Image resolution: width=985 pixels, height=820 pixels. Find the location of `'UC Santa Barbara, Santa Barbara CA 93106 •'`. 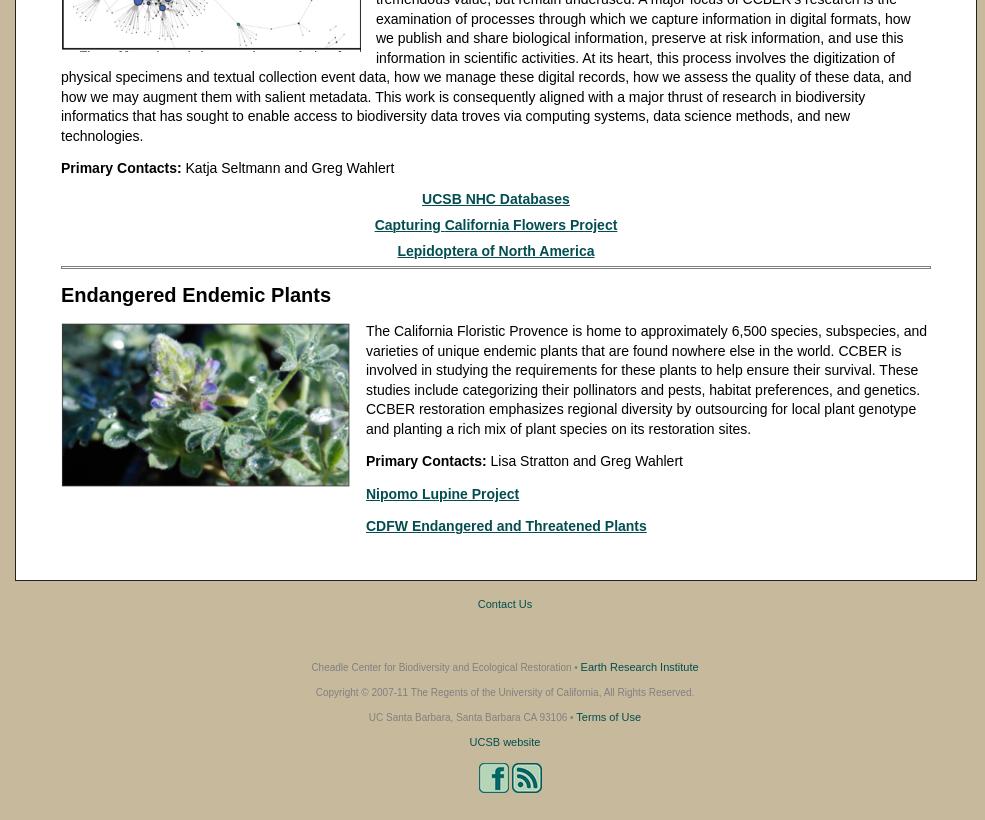

'UC Santa Barbara, Santa Barbara CA 93106 •' is located at coordinates (367, 716).